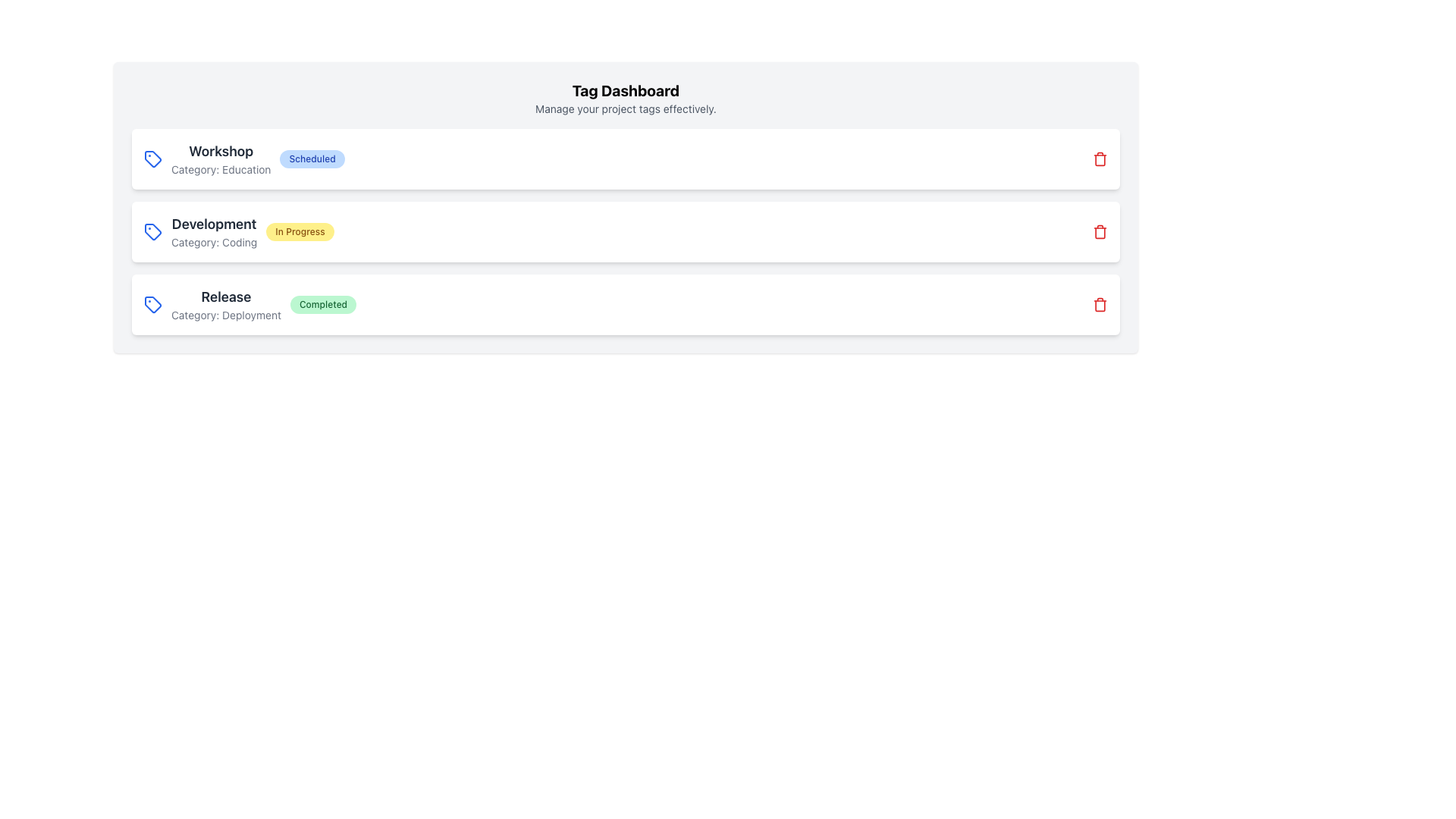 The width and height of the screenshot is (1456, 819). What do you see at coordinates (225, 297) in the screenshot?
I see `the 'Release' text label located in the third card of a vertical list` at bounding box center [225, 297].